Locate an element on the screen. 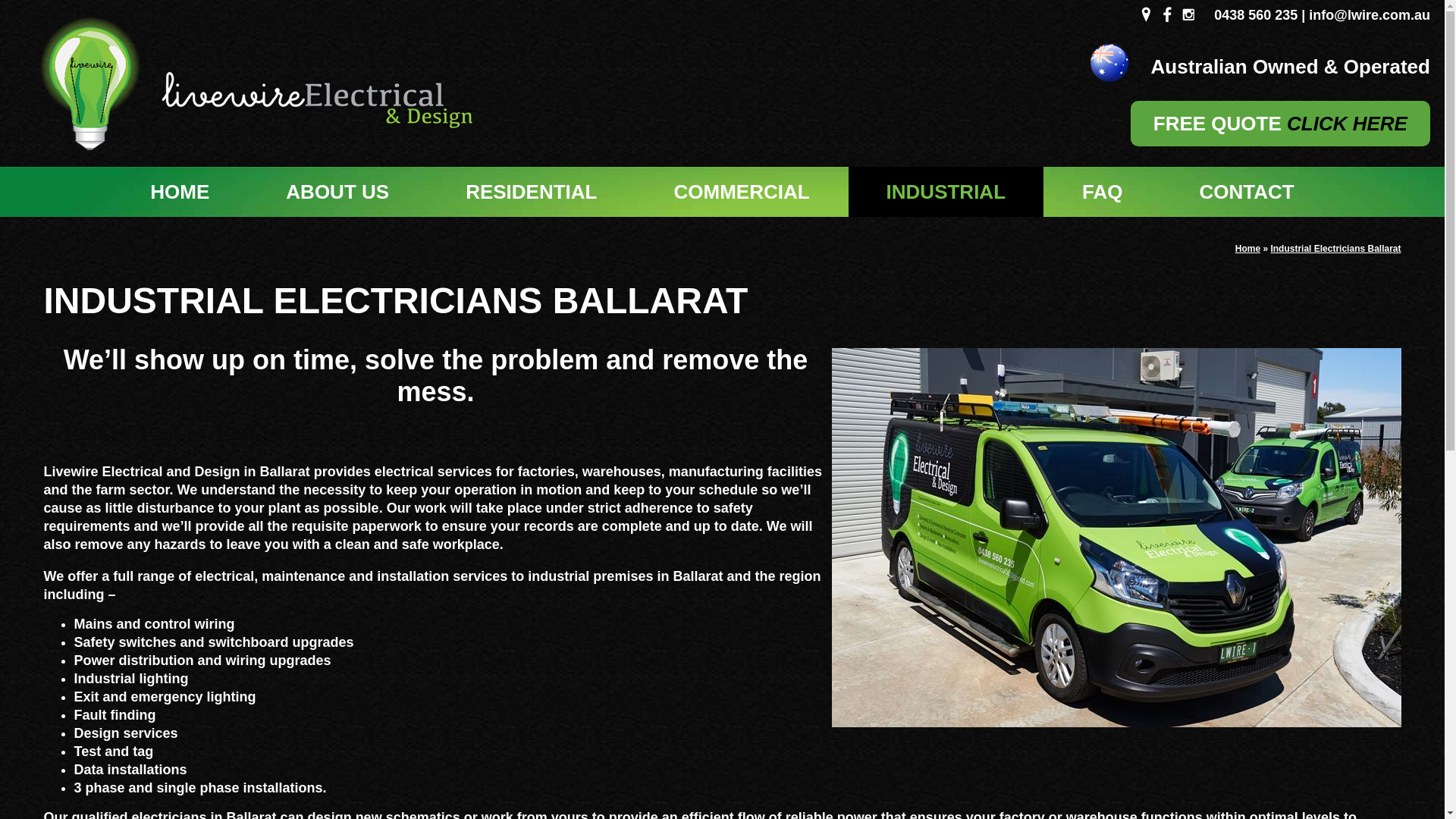 Image resolution: width=1456 pixels, height=819 pixels. 'View our Instagram Gallery' is located at coordinates (1187, 14).